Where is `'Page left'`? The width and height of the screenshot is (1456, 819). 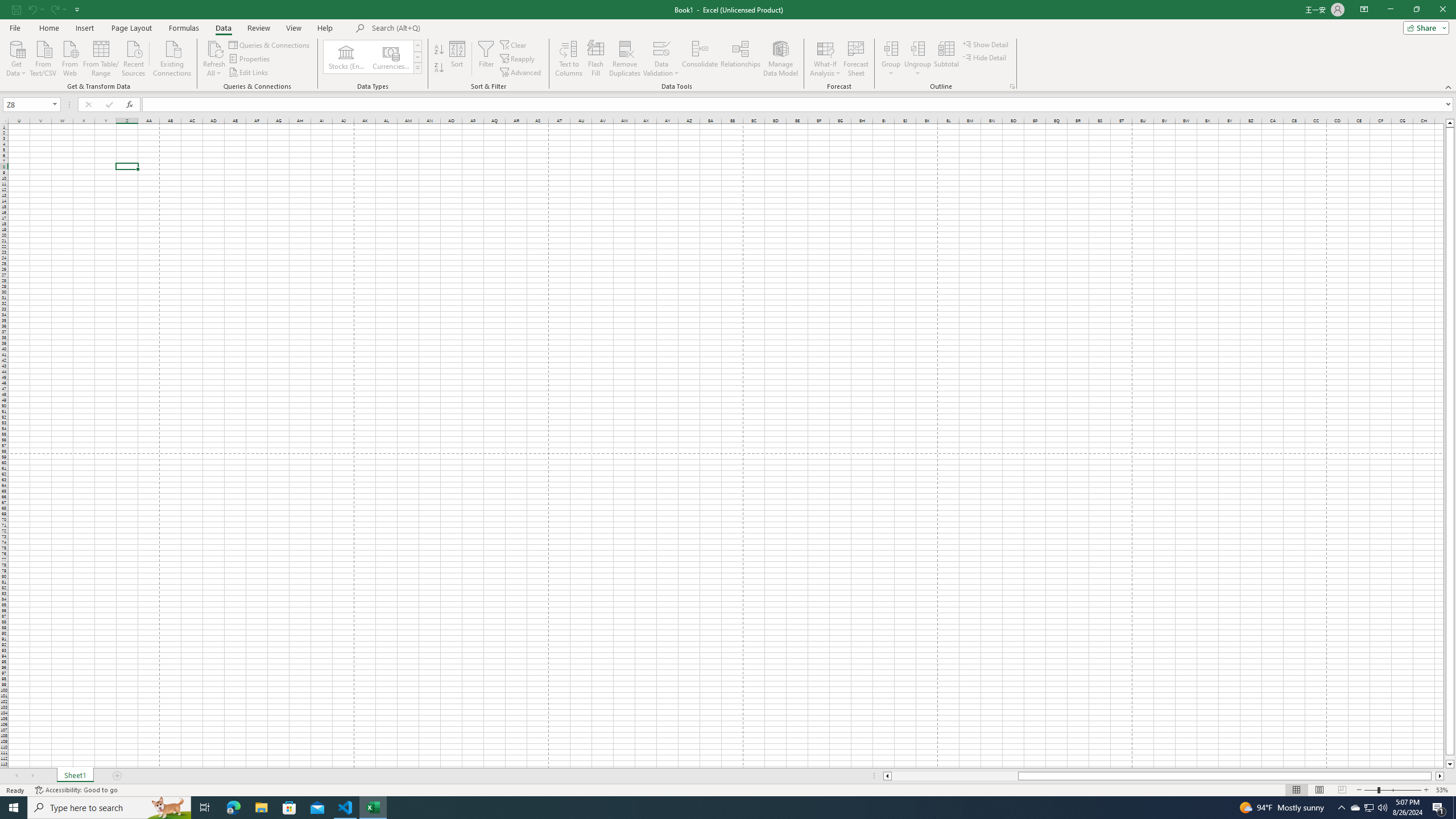 'Page left' is located at coordinates (954, 775).